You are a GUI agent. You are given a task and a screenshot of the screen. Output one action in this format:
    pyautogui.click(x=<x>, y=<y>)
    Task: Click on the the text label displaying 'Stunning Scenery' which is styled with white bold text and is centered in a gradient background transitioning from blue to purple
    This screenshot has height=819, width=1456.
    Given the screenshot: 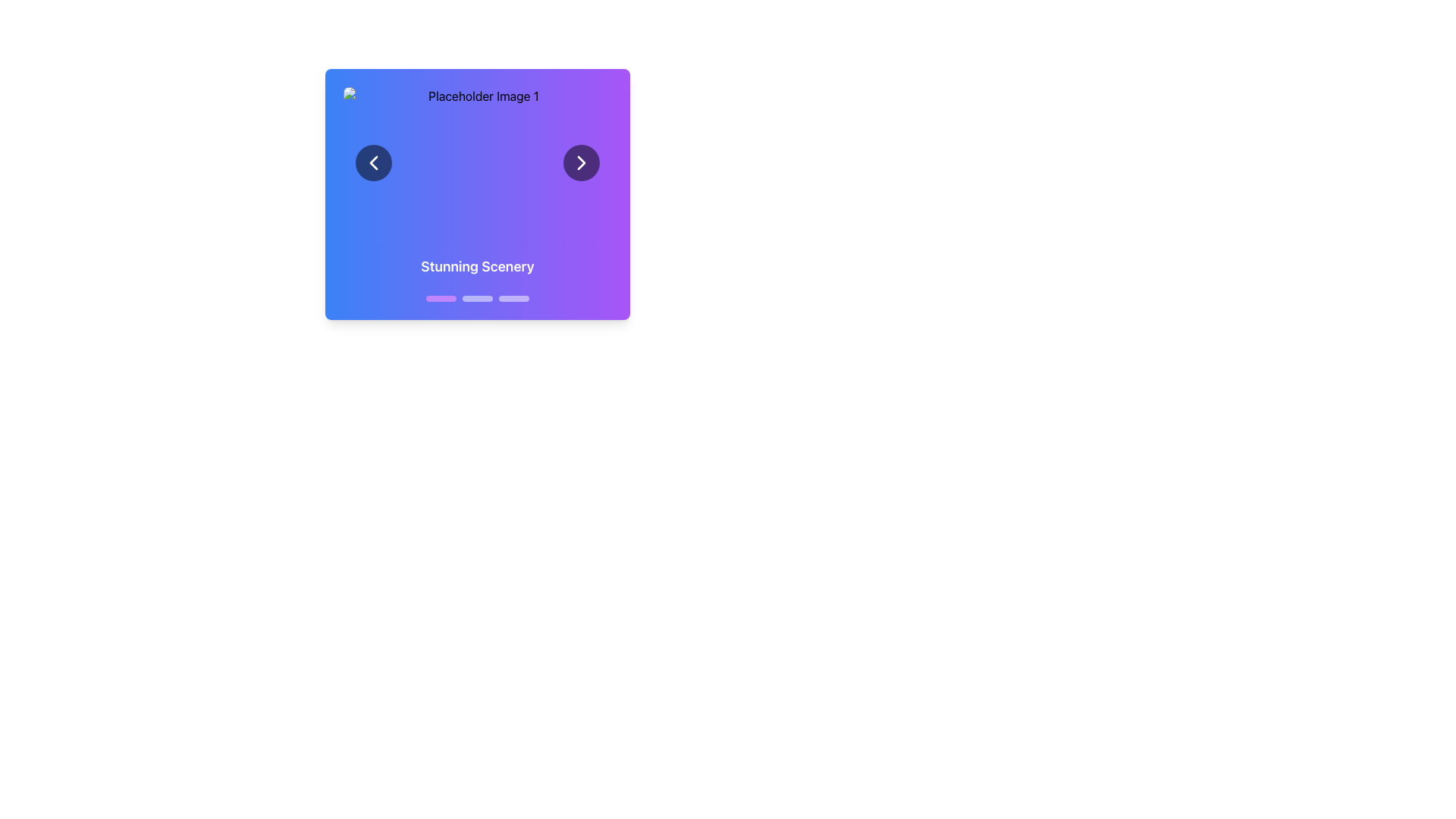 What is the action you would take?
    pyautogui.click(x=476, y=266)
    